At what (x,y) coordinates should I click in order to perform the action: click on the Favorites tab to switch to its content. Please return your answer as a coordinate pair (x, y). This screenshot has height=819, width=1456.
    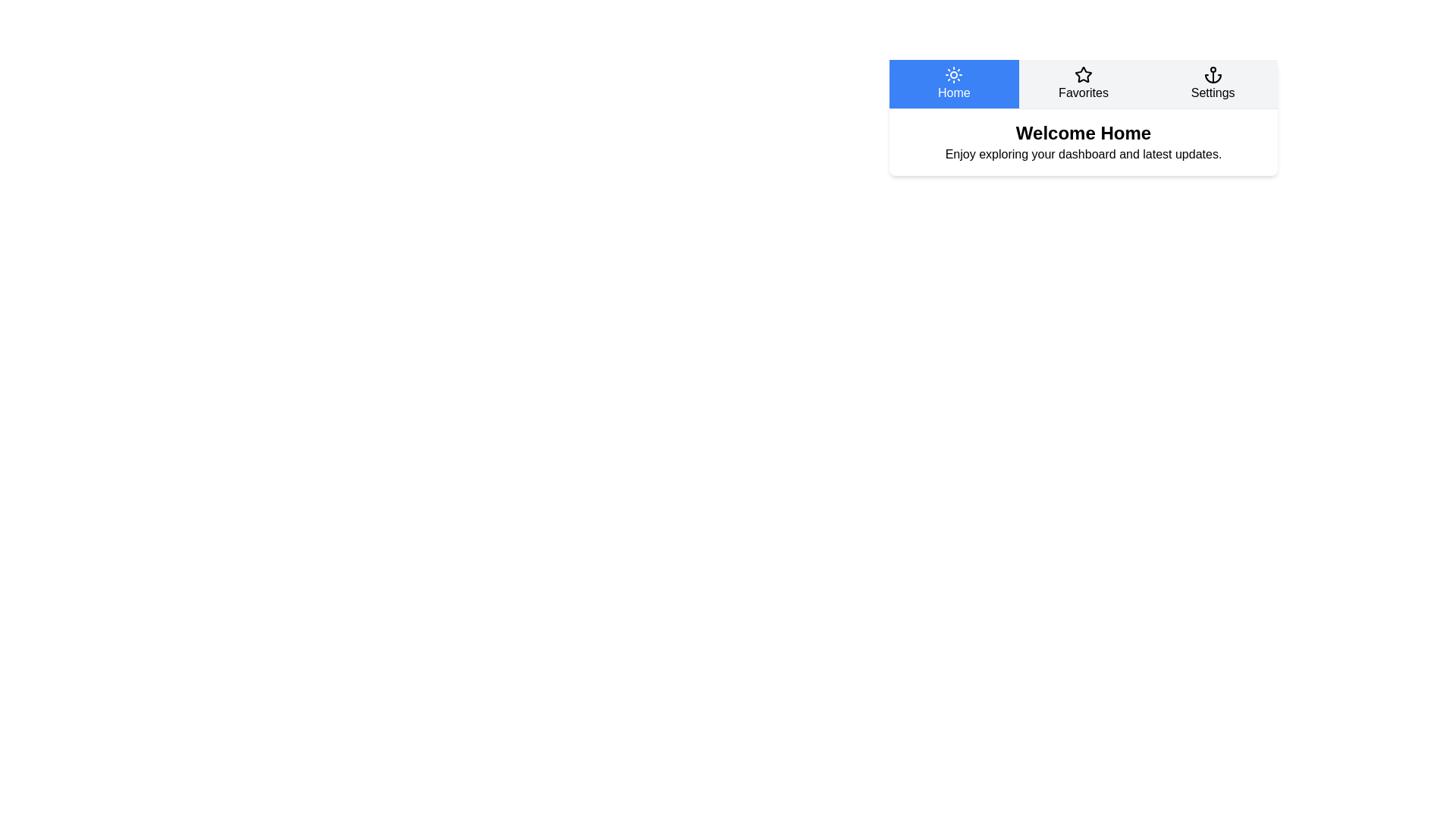
    Looking at the image, I should click on (1083, 84).